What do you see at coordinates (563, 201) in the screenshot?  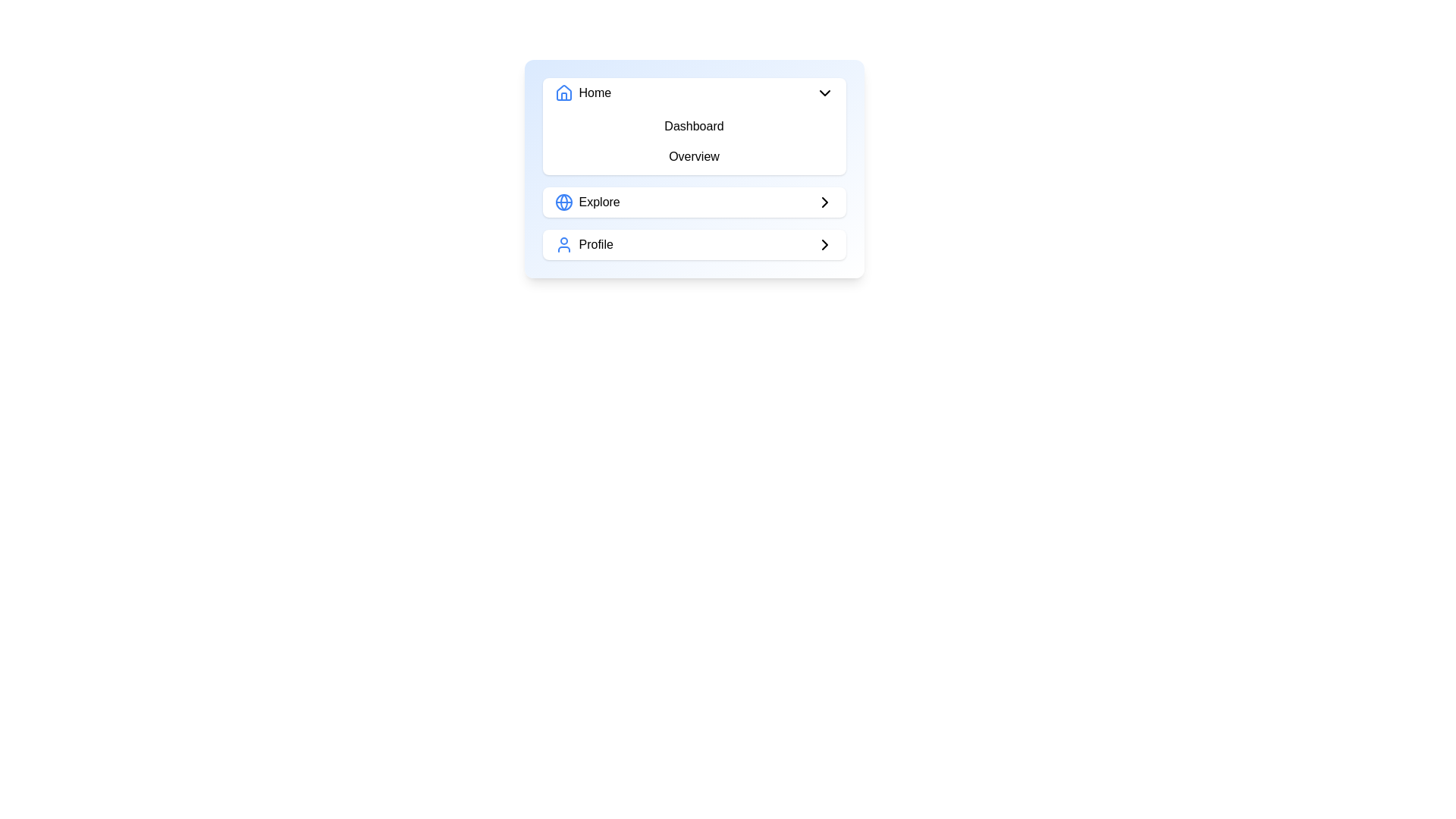 I see `the middle arc of the globe icon that symbolizes navigation, located in the center of the menu card next to the 'Explore' label` at bounding box center [563, 201].